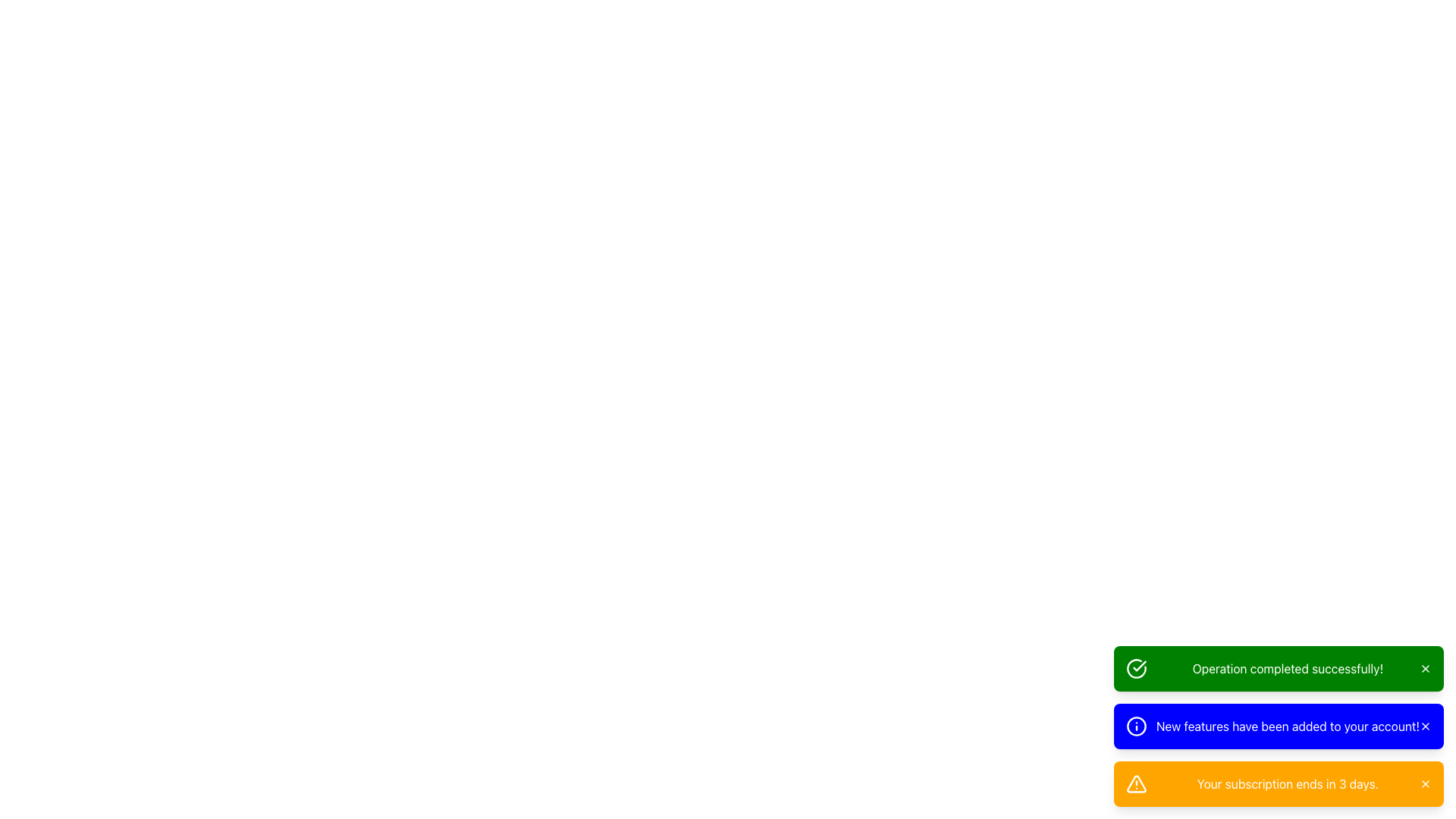  I want to click on the bottommost notification card with an orange background that contains the message 'Your subscription ends in 3 days.', so click(1278, 783).